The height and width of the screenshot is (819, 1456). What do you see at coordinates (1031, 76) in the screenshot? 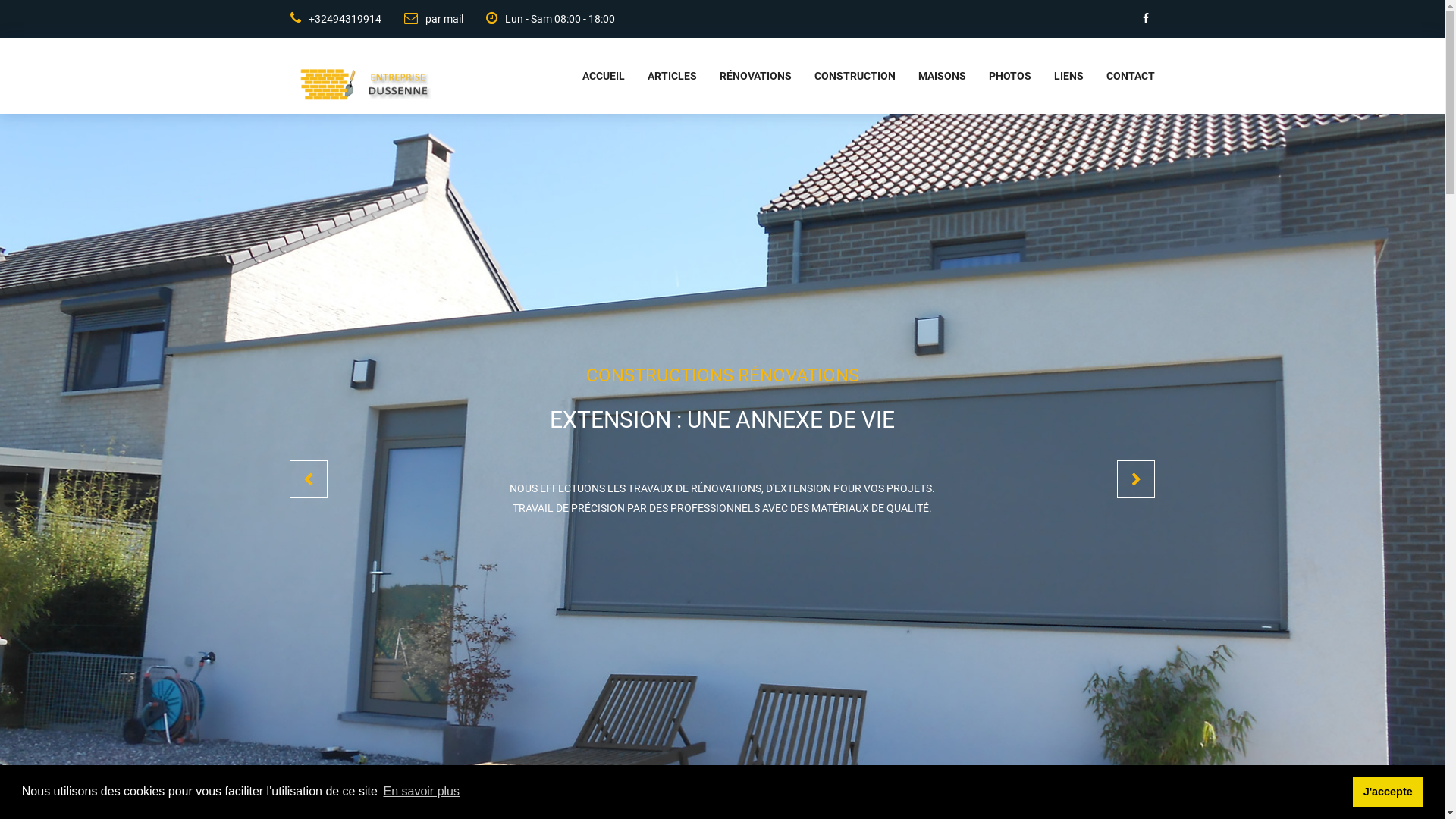
I see `'LIENS'` at bounding box center [1031, 76].